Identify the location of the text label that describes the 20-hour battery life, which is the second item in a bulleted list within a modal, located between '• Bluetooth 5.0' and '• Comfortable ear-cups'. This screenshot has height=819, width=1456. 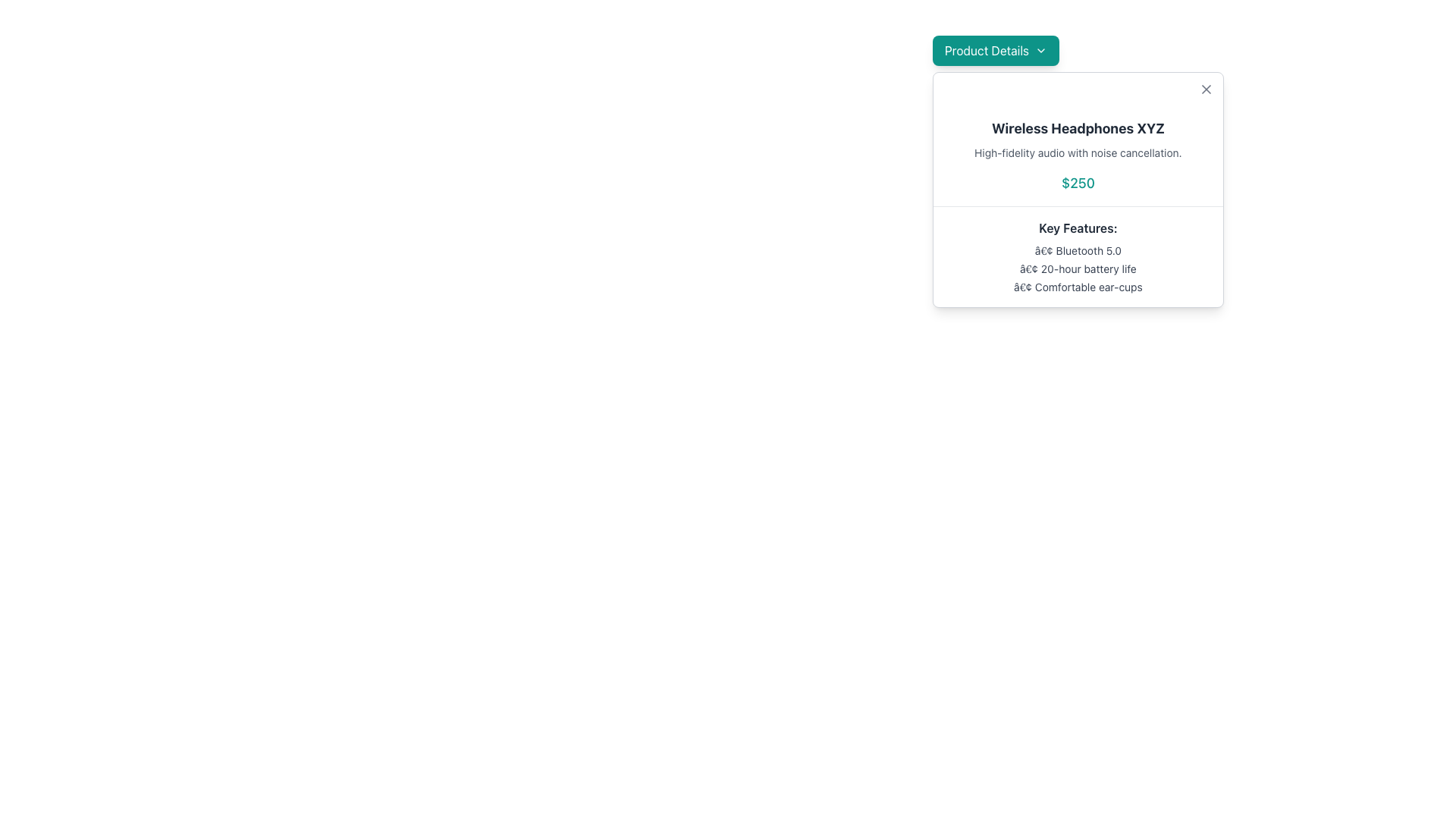
(1077, 268).